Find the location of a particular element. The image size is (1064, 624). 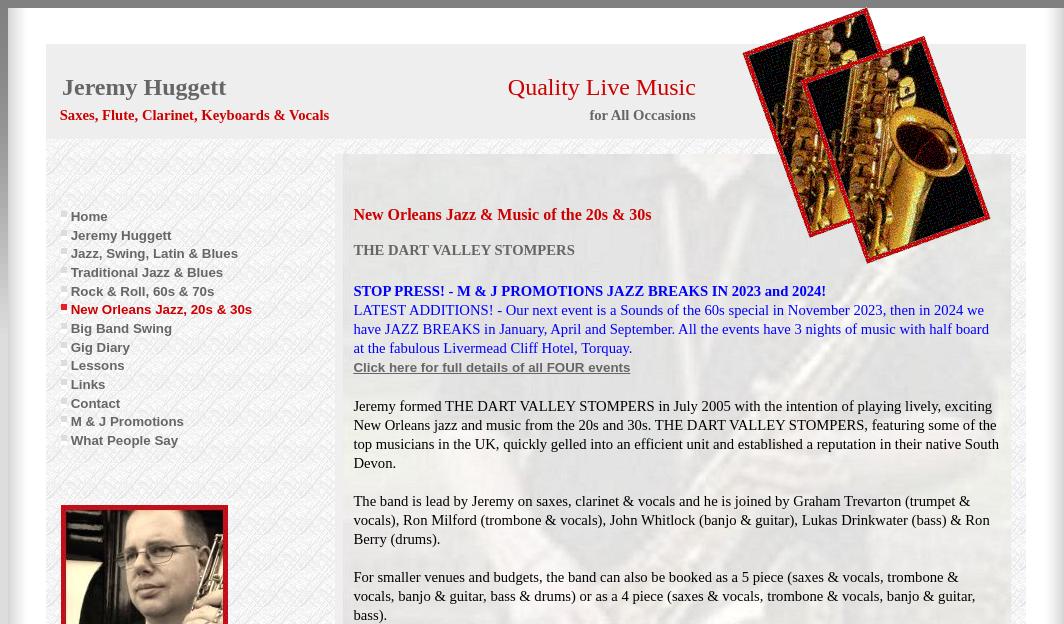

'M & J Promotions' is located at coordinates (125, 420).